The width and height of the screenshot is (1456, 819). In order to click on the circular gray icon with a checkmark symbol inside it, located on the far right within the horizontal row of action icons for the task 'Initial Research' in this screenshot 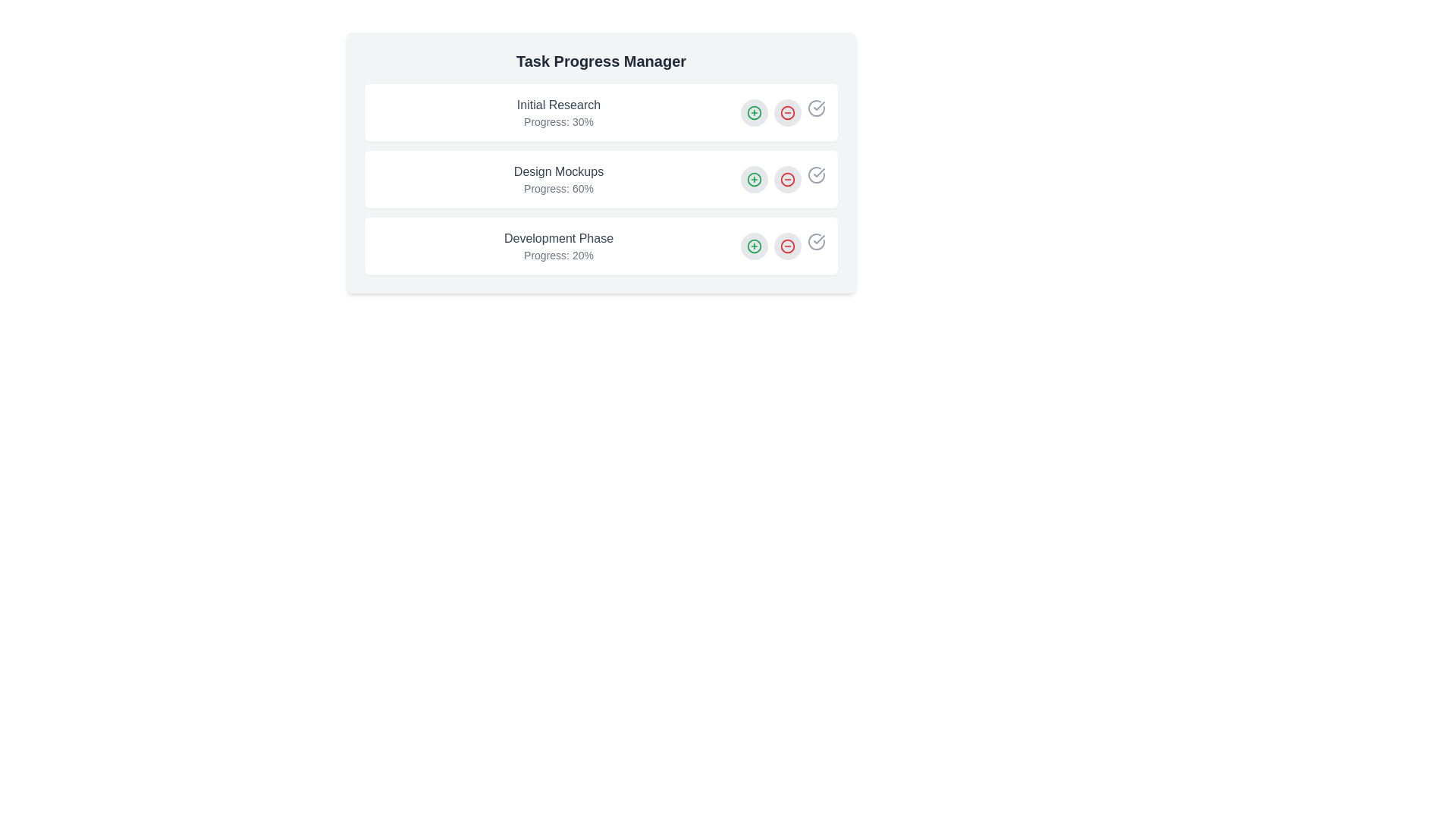, I will do `click(815, 107)`.